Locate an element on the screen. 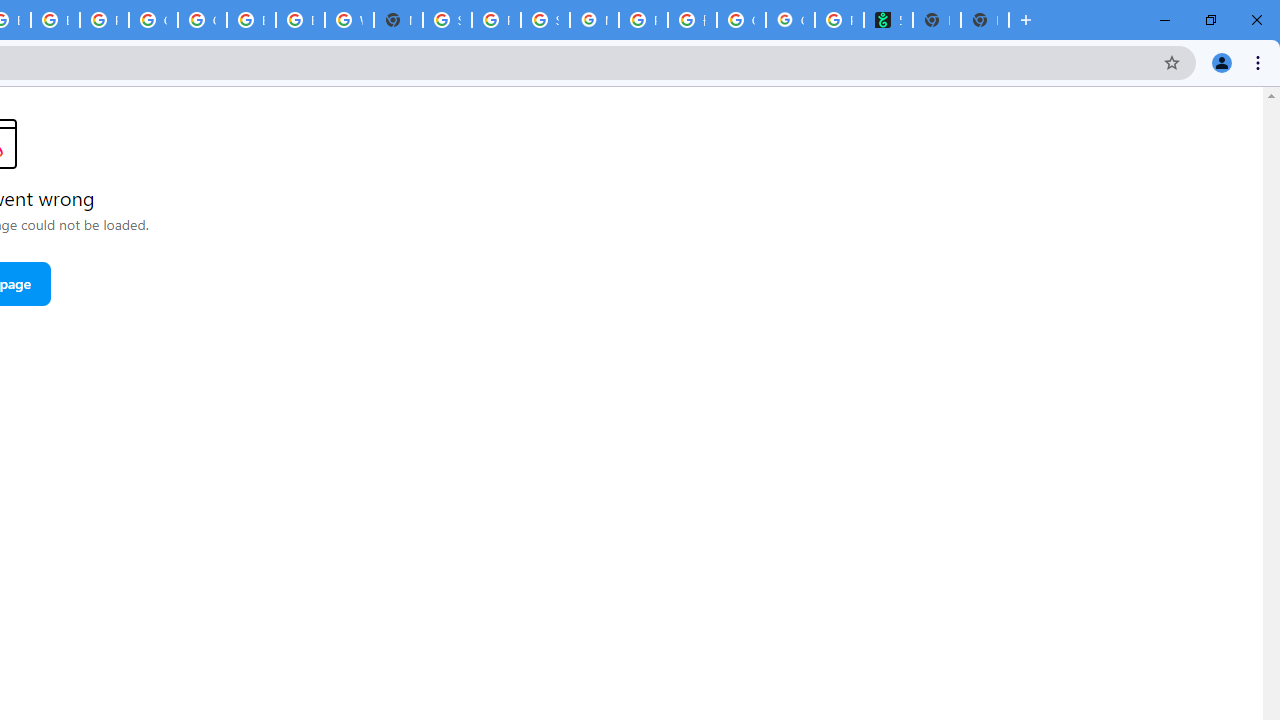  'New Tab' is located at coordinates (984, 20).